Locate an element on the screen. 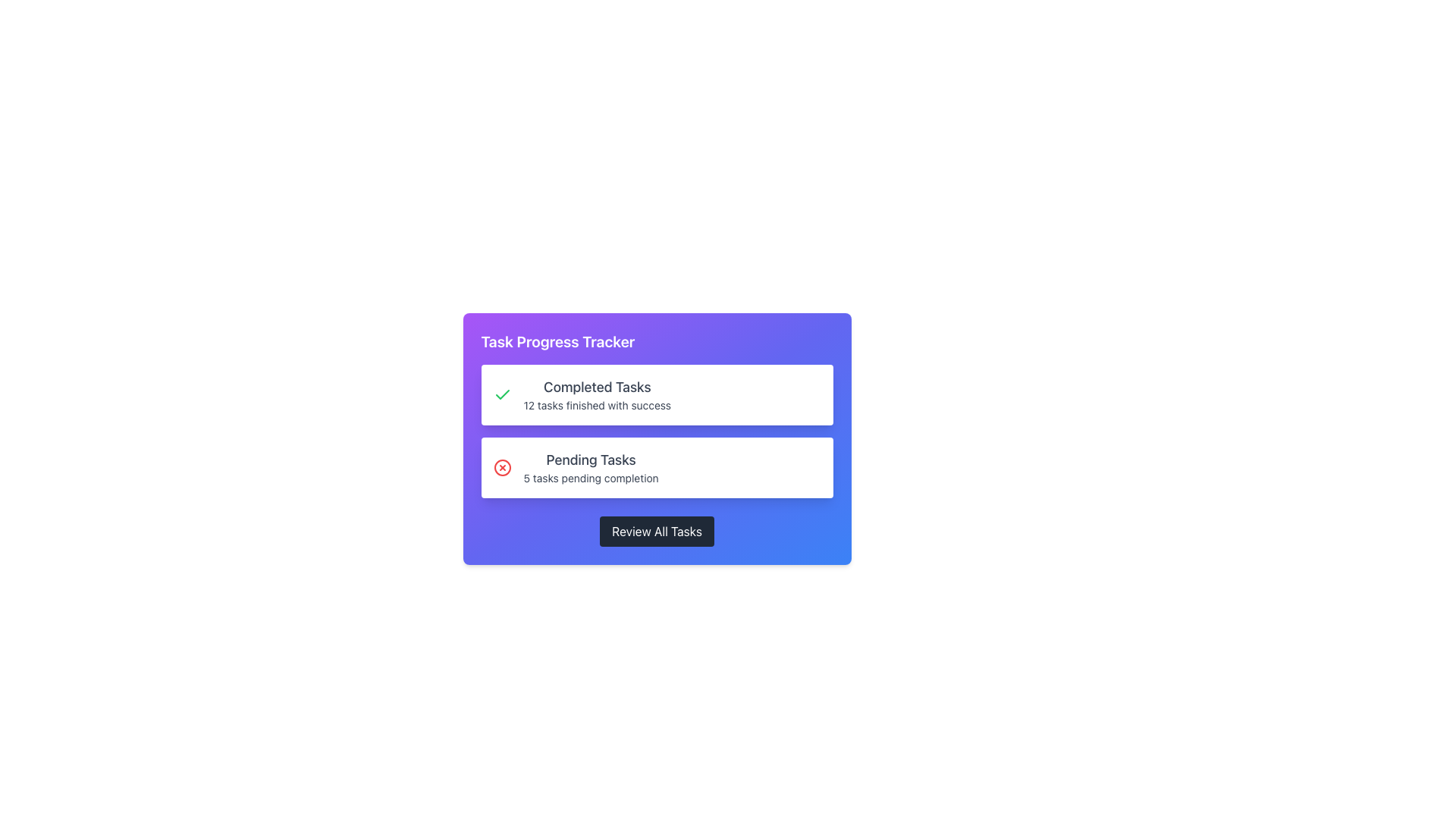  the alert icon located within the 'Pending Tasks' card, positioned to the left of the text 'Pending Tasks' is located at coordinates (502, 467).